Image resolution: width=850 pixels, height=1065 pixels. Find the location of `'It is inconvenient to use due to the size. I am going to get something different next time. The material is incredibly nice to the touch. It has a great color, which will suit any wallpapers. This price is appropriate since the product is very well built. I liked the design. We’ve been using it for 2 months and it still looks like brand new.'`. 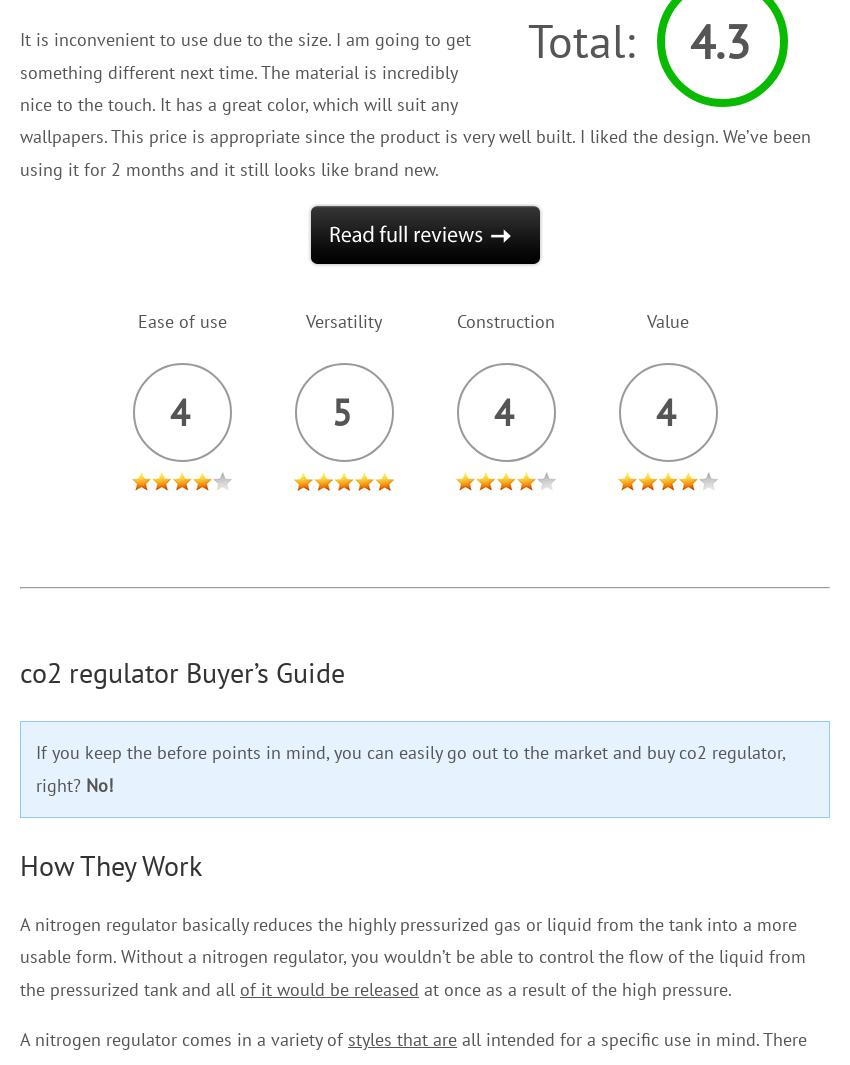

'It is inconvenient to use due to the size. I am going to get something different next time. The material is incredibly nice to the touch. It has a great color, which will suit any wallpapers. This price is appropriate since the product is very well built. I liked the design. We’ve been using it for 2 months and it still looks like brand new.' is located at coordinates (415, 103).